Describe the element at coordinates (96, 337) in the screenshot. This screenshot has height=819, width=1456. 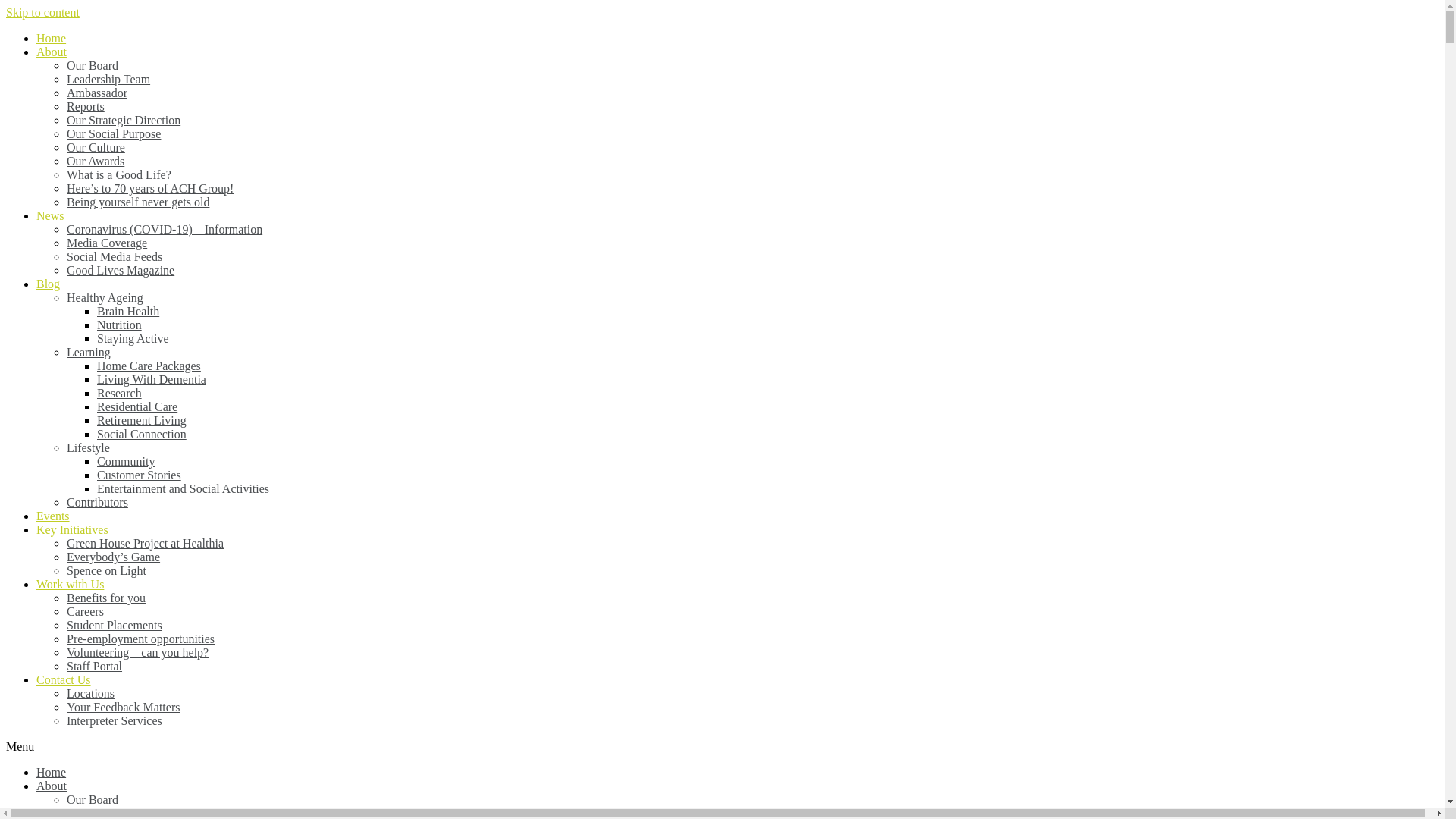
I see `'Staying Active'` at that location.